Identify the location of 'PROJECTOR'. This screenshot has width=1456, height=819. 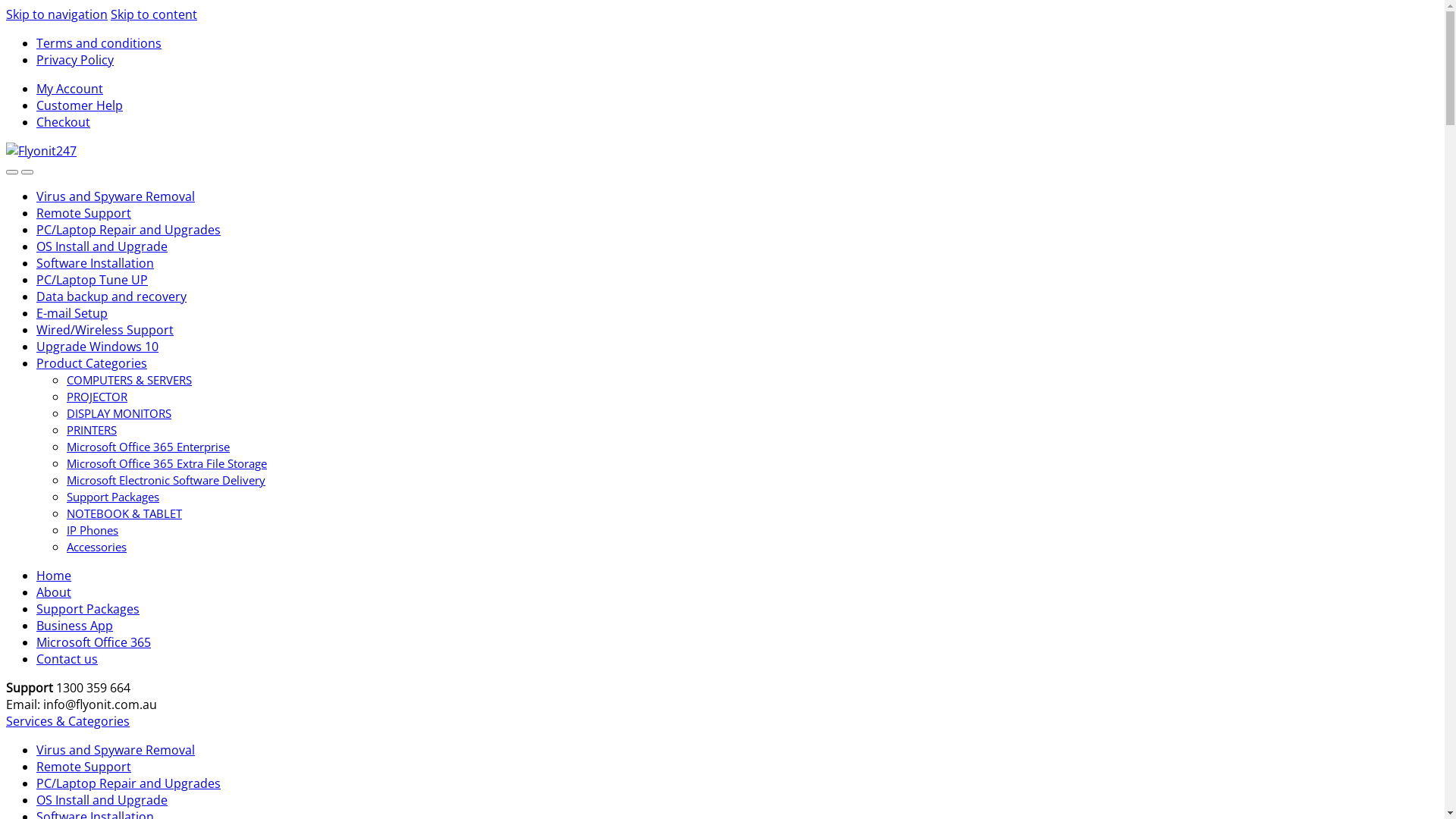
(96, 396).